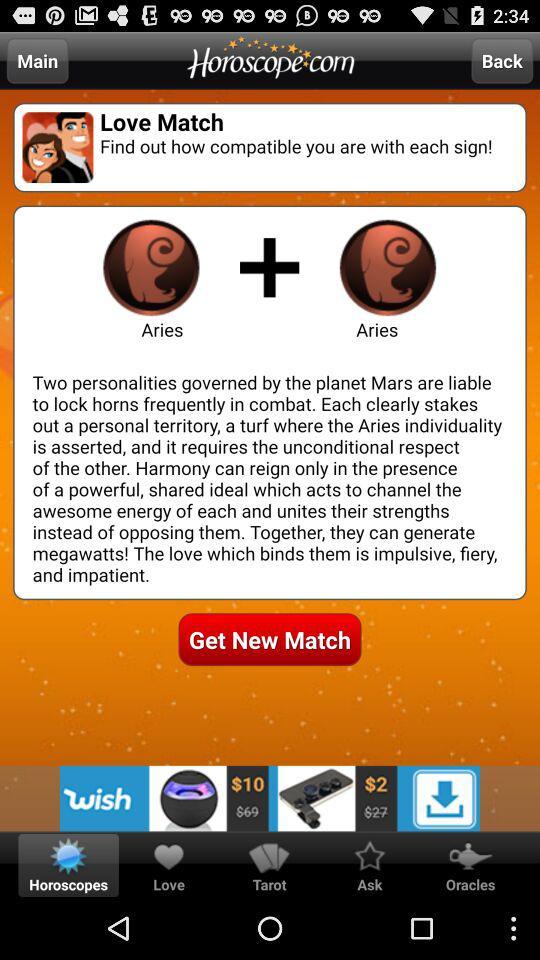 Image resolution: width=540 pixels, height=960 pixels. What do you see at coordinates (150, 266) in the screenshot?
I see `aries` at bounding box center [150, 266].